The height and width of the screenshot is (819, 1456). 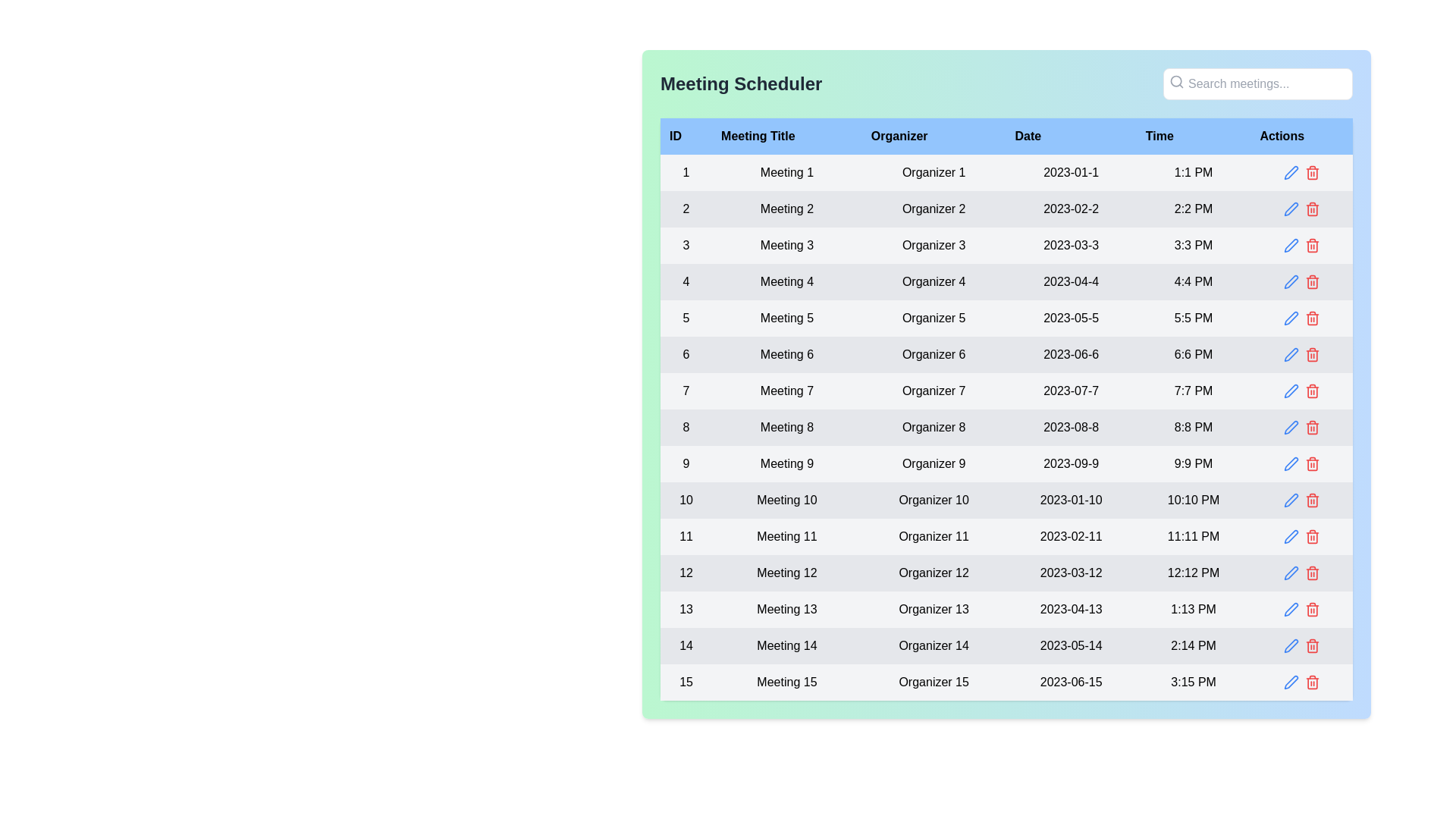 I want to click on the text label indicating the organizer's name for the meeting in the third column of the second row of the table, adjacent to 'Meeting 2' and '2023-02-2', so click(x=933, y=209).